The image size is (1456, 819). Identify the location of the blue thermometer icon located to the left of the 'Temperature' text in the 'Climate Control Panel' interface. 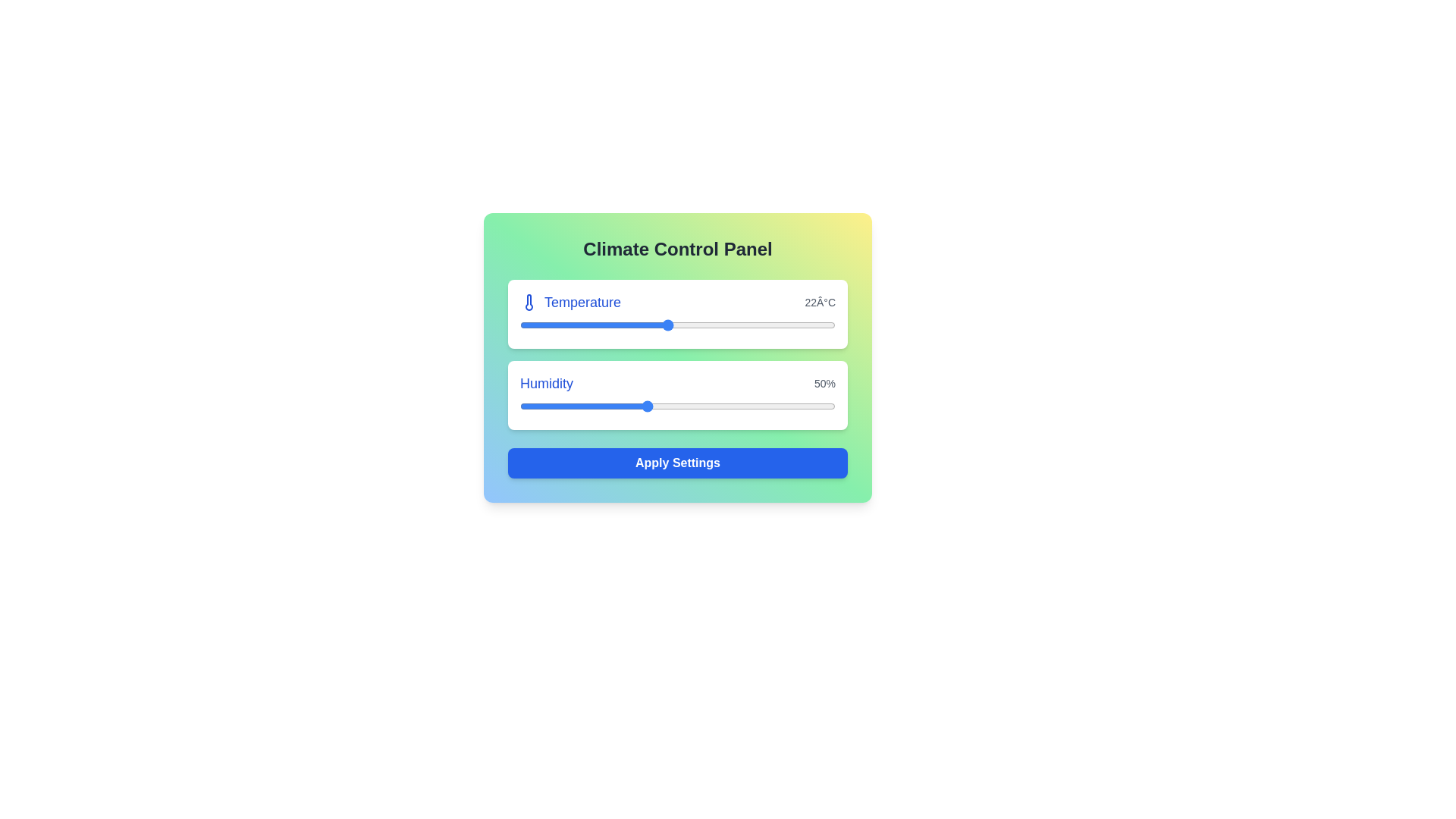
(529, 302).